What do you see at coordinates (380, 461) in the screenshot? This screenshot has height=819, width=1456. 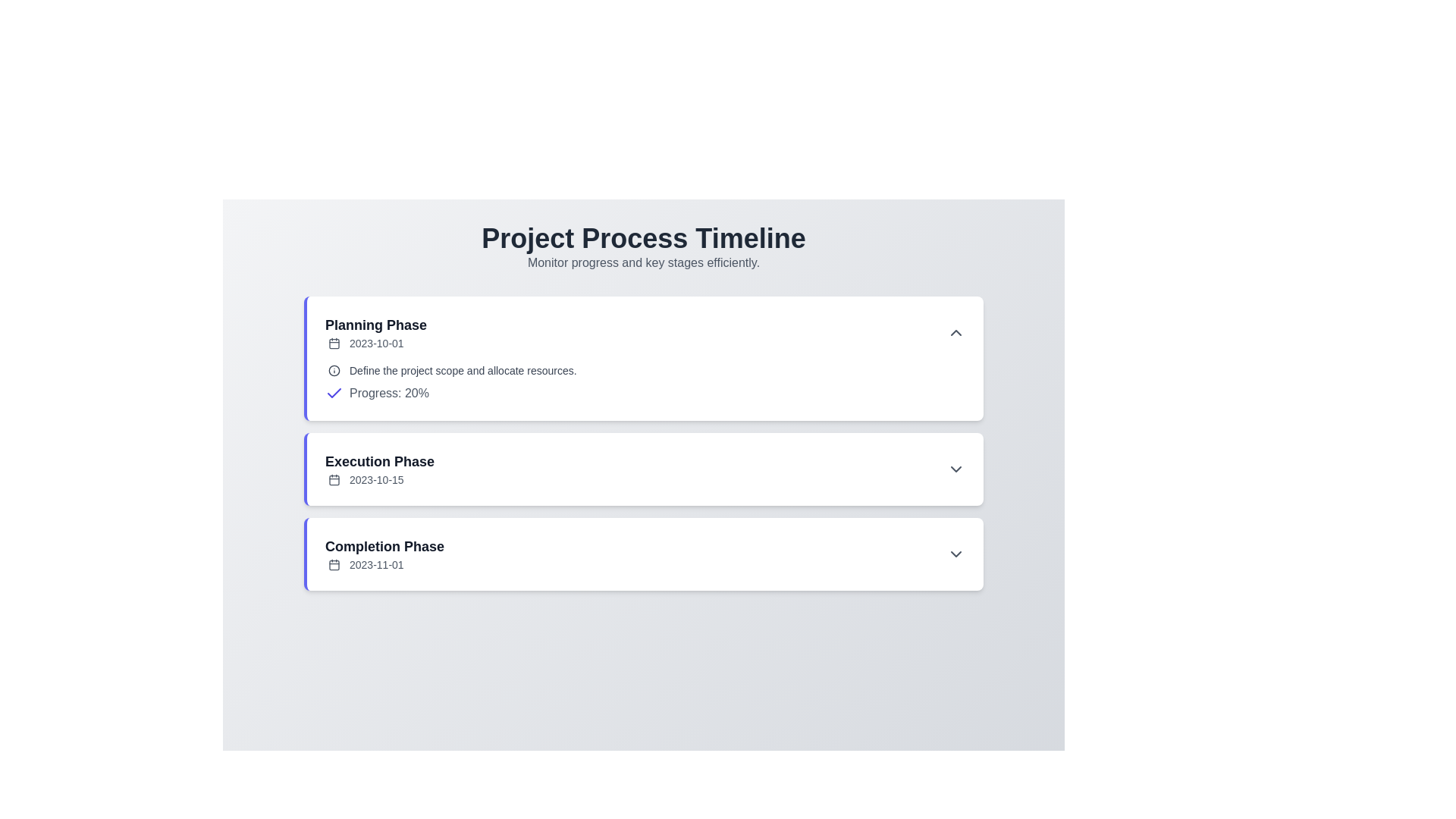 I see `text label that serves as a title for the corresponding phase in the timeline, located above the text '2023-10-15' in the second section of the interface` at bounding box center [380, 461].